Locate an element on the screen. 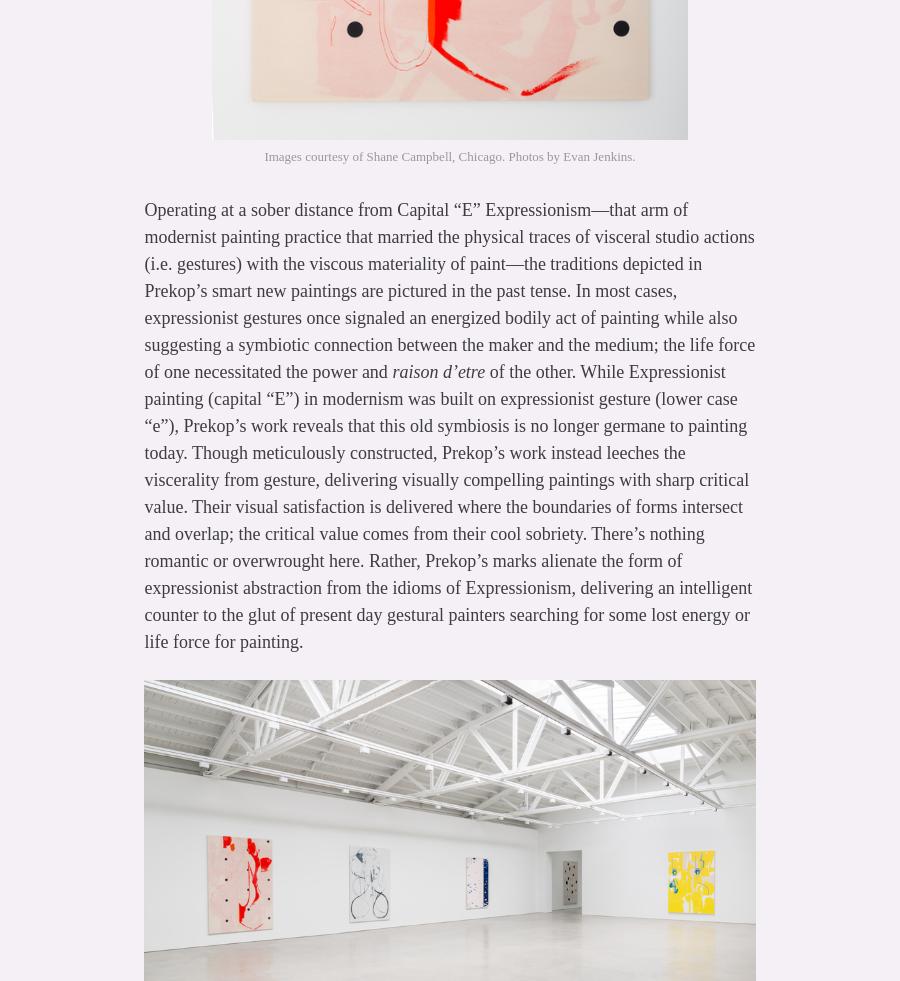  'October,' is located at coordinates (470, 872).